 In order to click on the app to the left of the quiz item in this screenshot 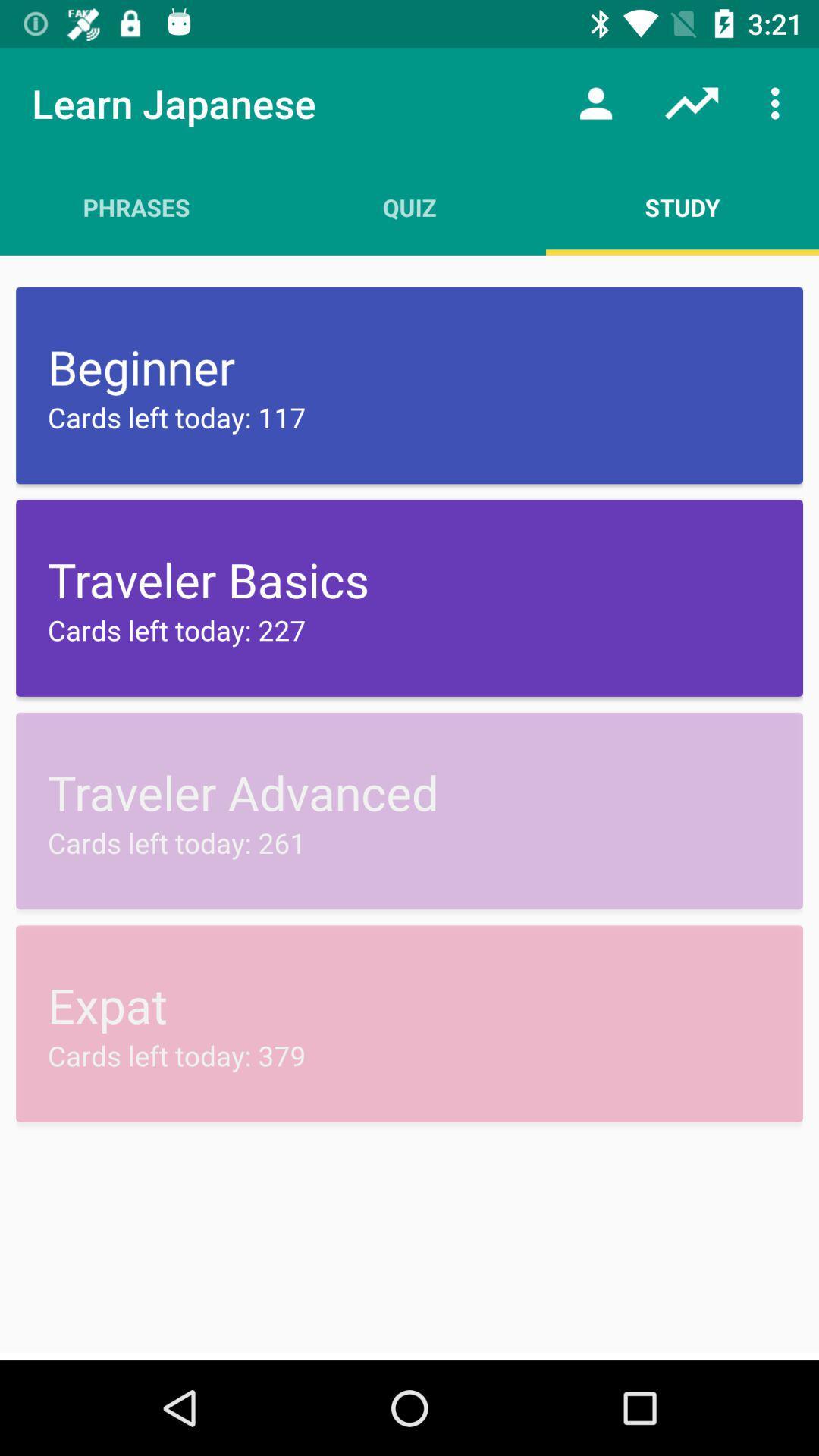, I will do `click(136, 206)`.